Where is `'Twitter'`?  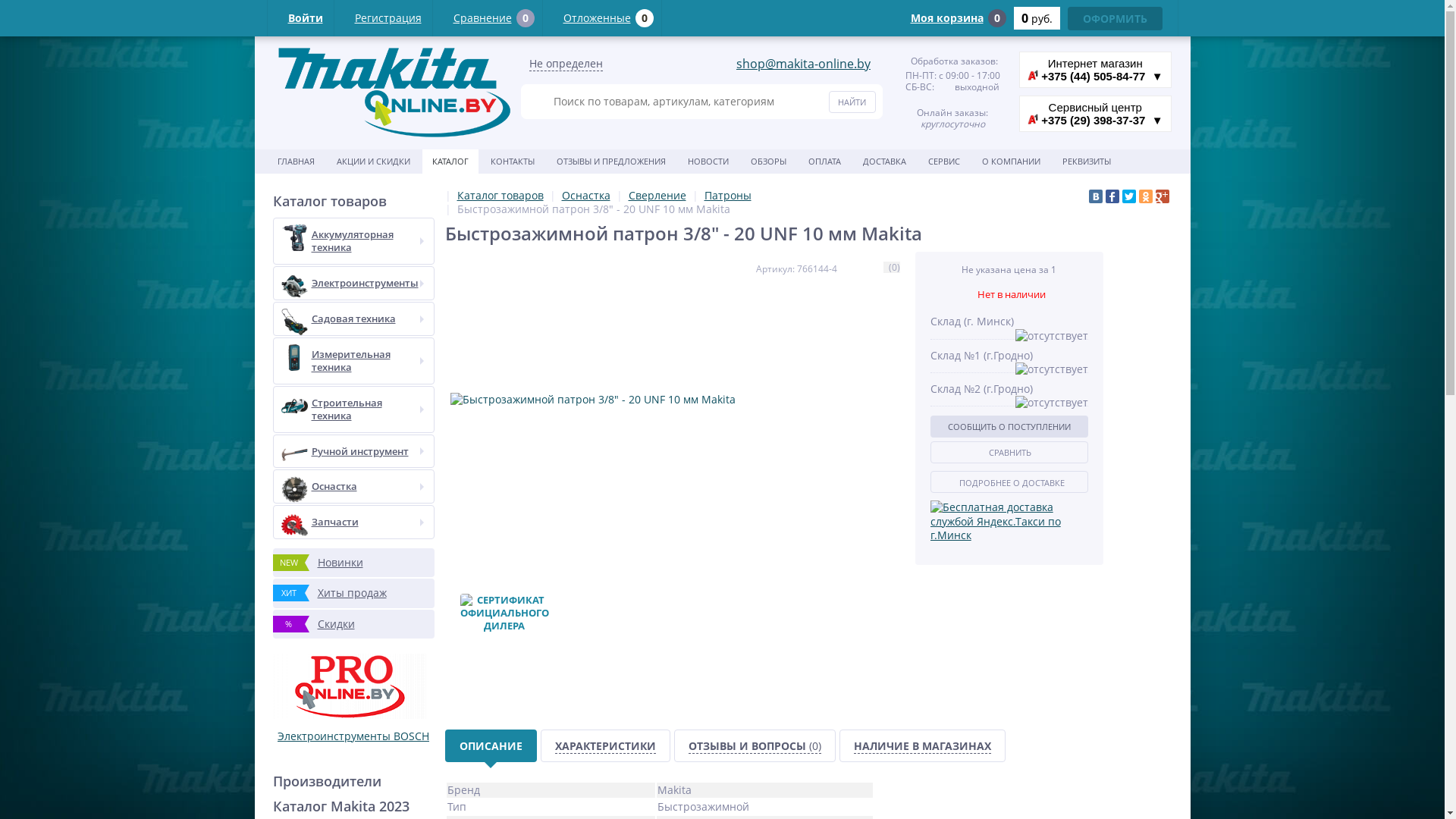 'Twitter' is located at coordinates (1122, 195).